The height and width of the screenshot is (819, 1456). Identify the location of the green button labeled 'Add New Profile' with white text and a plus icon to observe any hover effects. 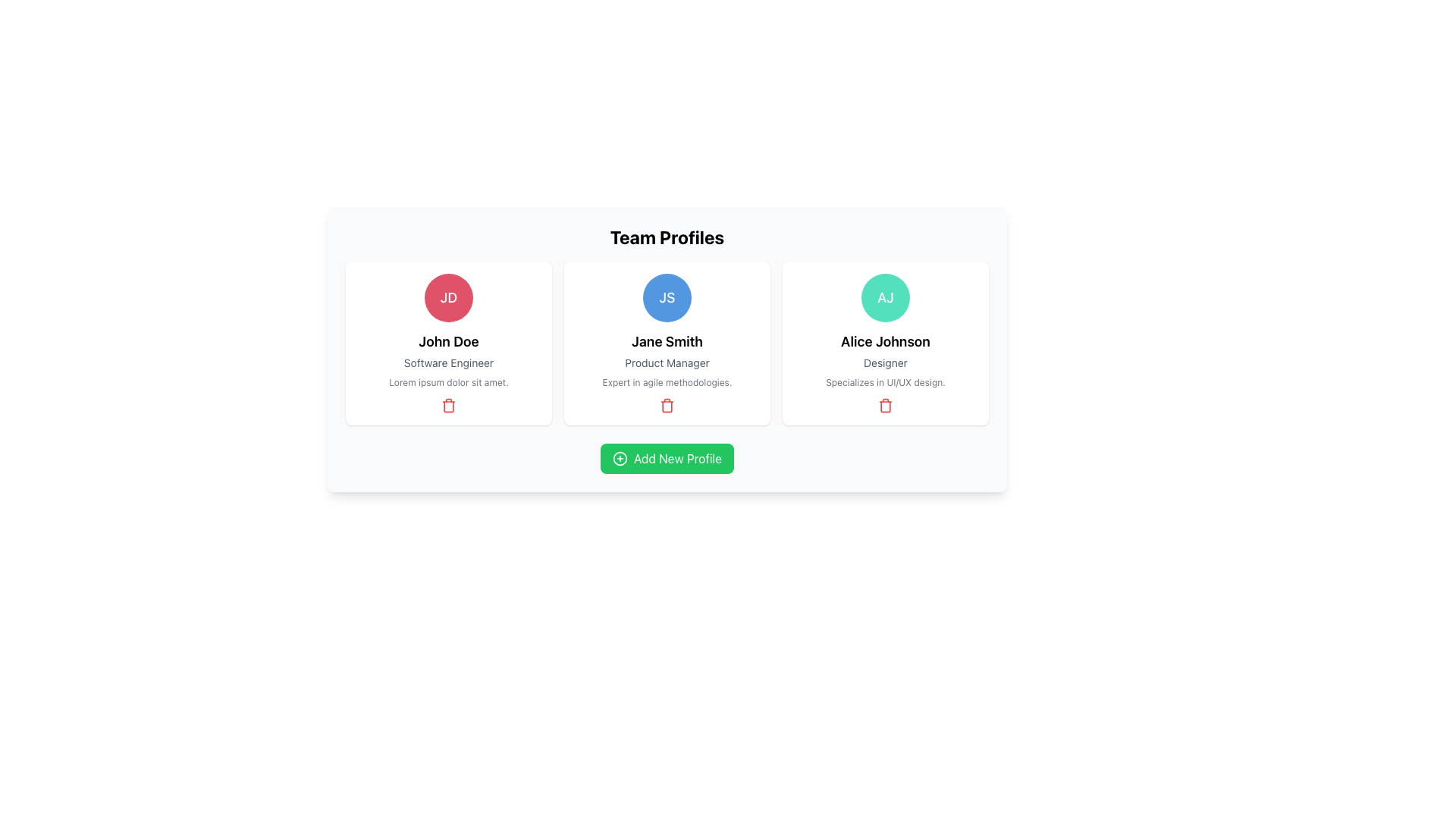
(667, 458).